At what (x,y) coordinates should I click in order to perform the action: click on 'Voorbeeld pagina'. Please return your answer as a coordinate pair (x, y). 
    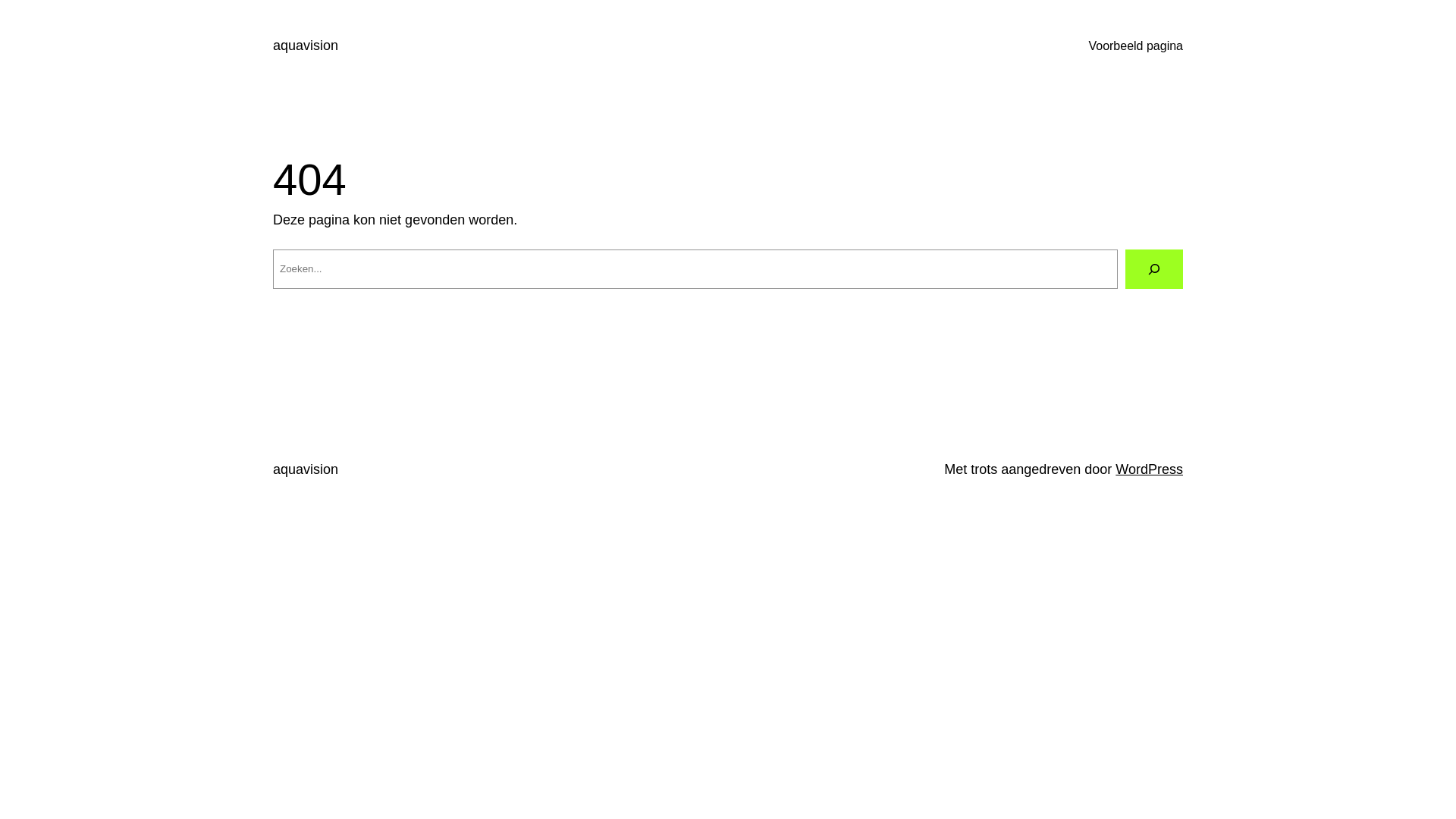
    Looking at the image, I should click on (1135, 45).